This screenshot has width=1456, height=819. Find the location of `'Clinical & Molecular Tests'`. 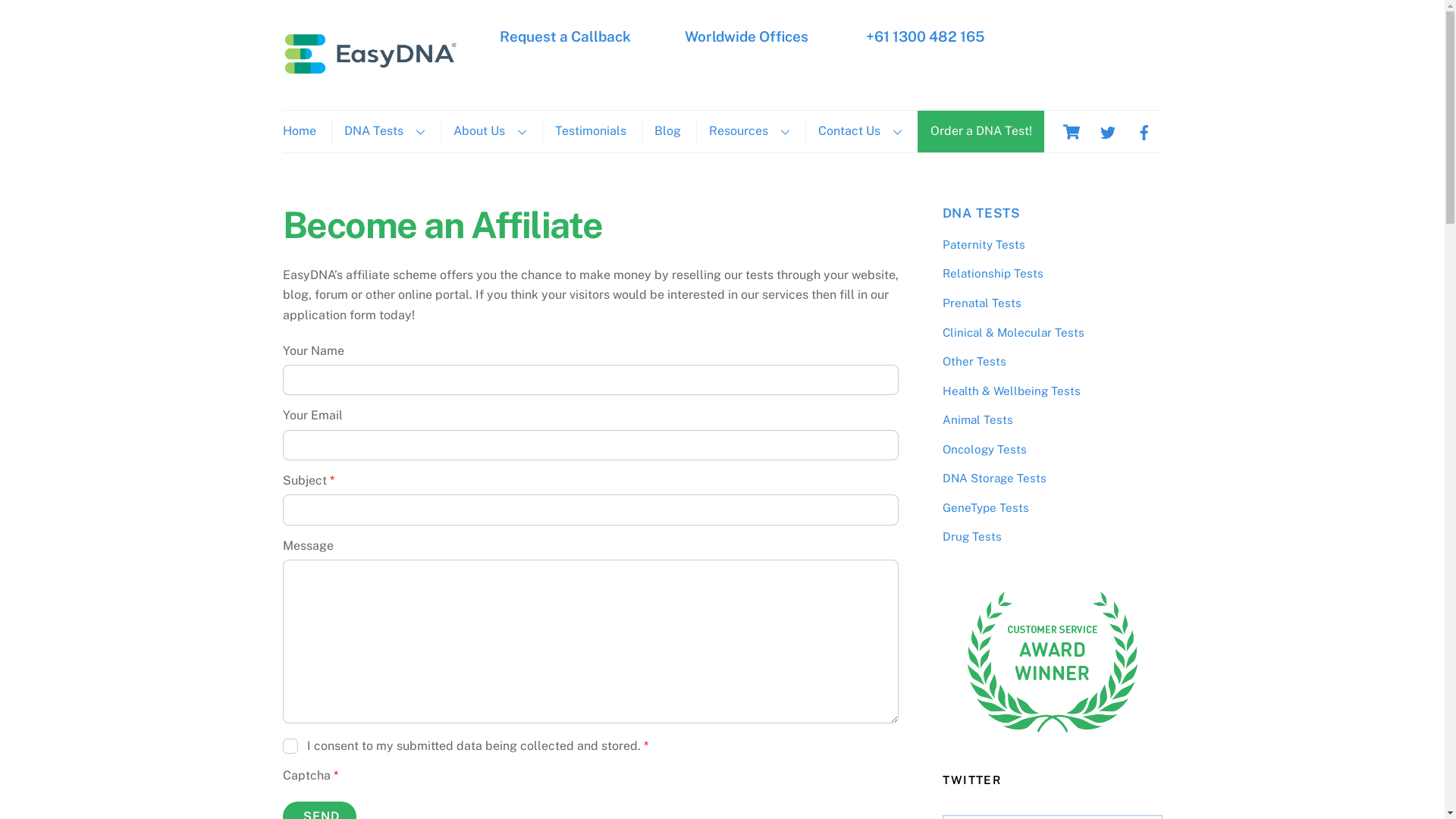

'Clinical & Molecular Tests' is located at coordinates (941, 331).